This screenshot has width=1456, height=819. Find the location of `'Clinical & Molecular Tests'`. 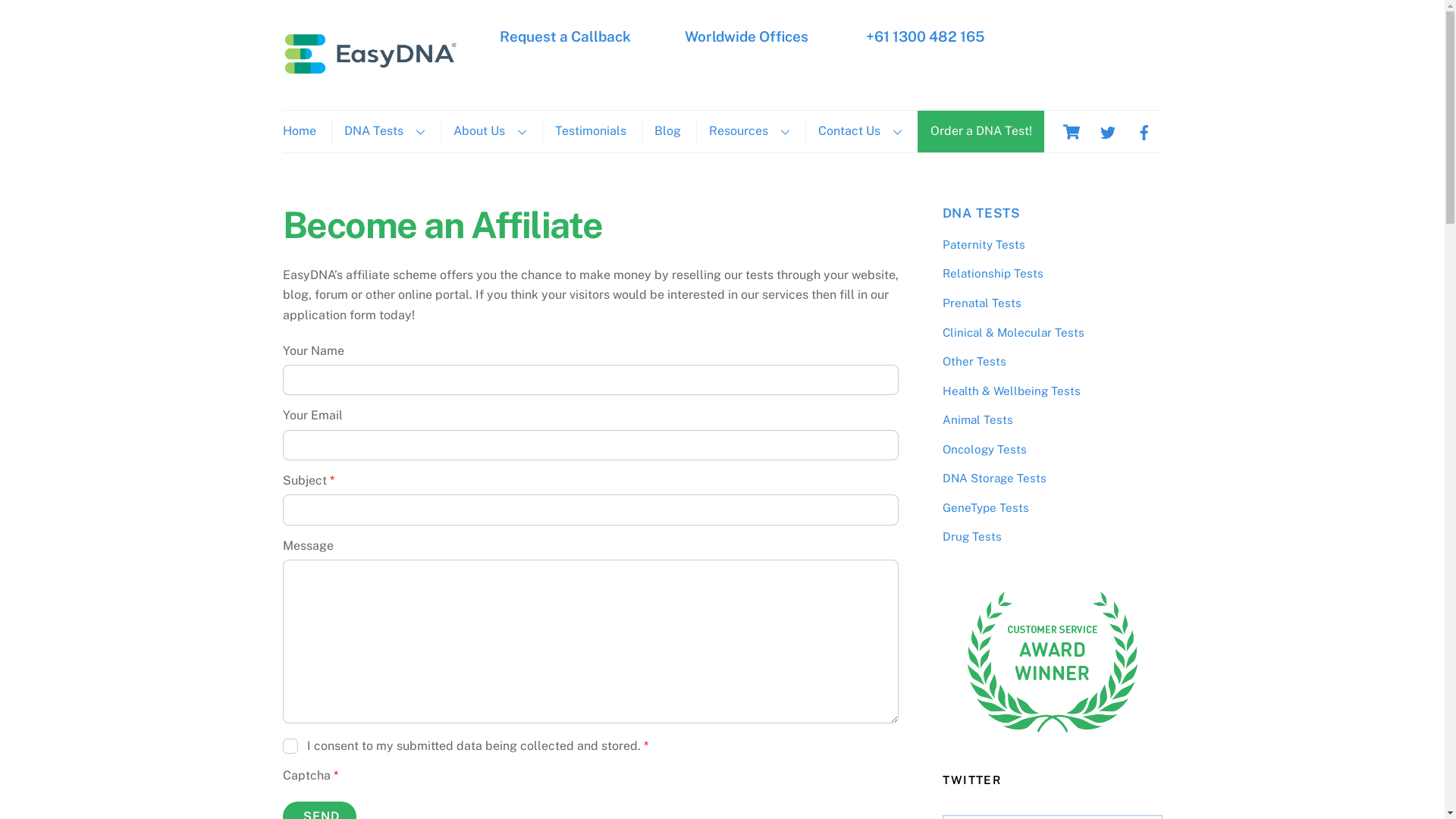

'Clinical & Molecular Tests' is located at coordinates (941, 331).